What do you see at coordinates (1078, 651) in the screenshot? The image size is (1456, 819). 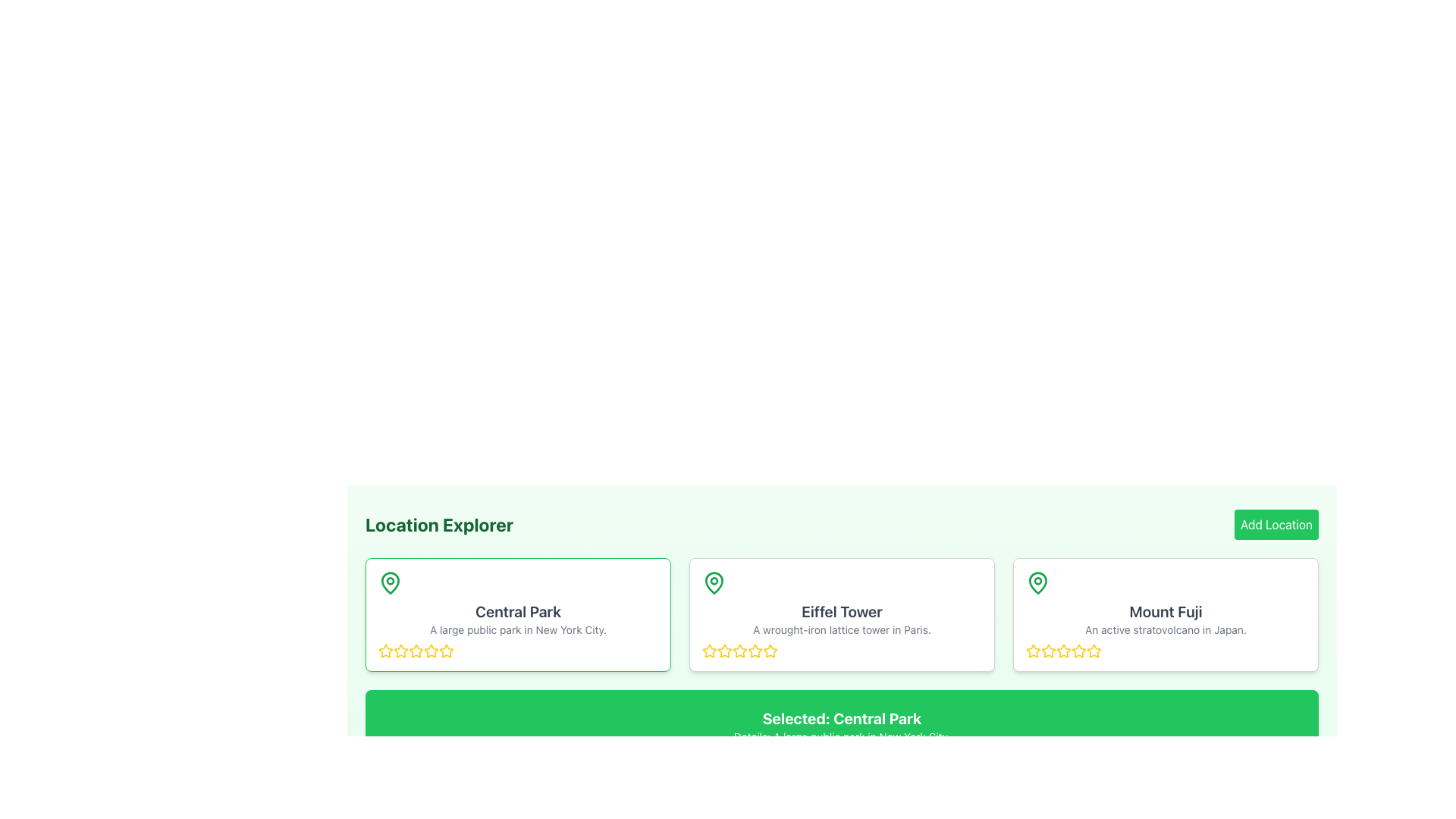 I see `the sixth star icon in the star-rating system for the location 'Mount Fuji'` at bounding box center [1078, 651].